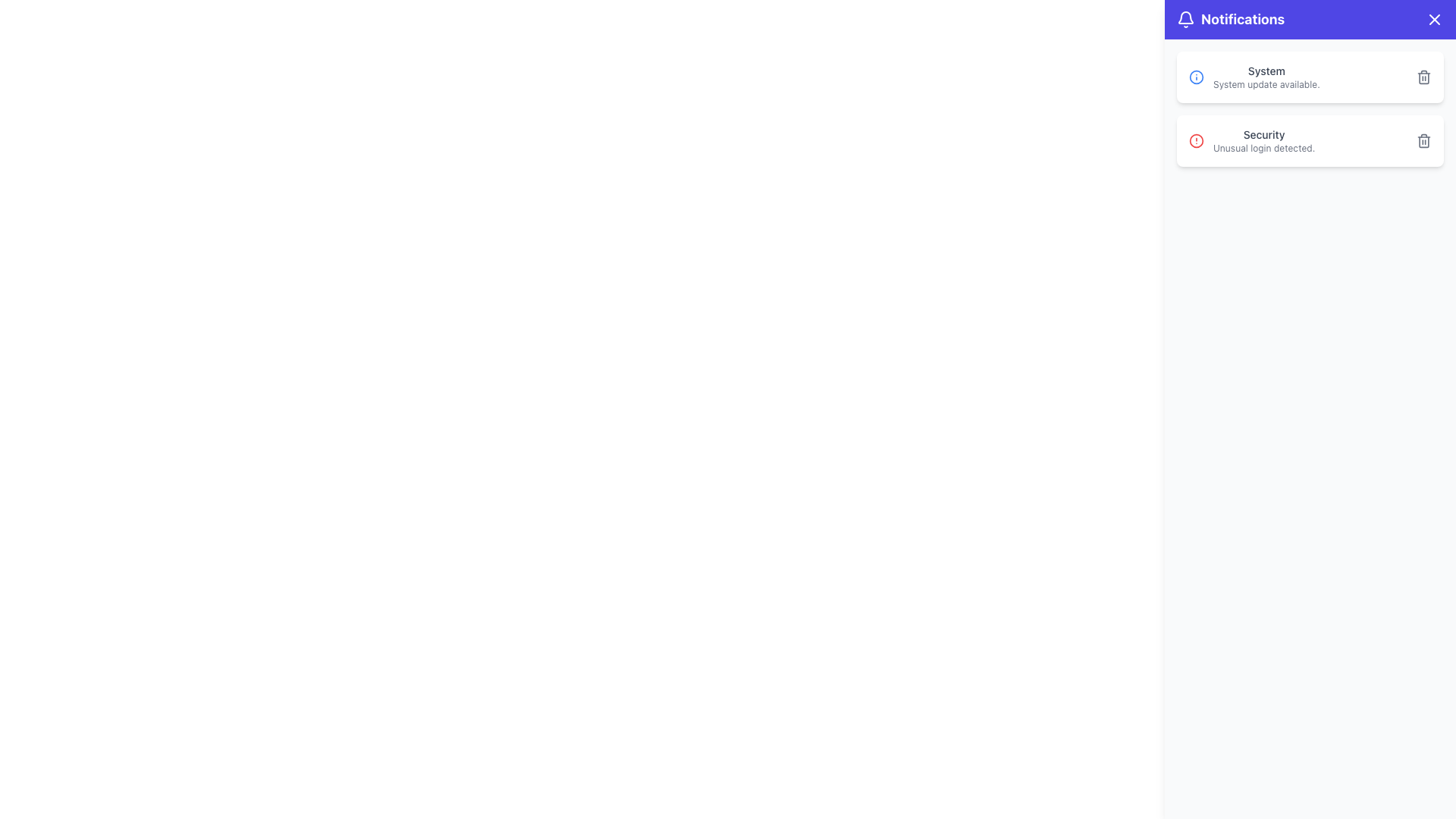  What do you see at coordinates (1196, 140) in the screenshot?
I see `the alert icon representing a warning notification, located in the second item of the vertical notification list next to the text 'Security'` at bounding box center [1196, 140].